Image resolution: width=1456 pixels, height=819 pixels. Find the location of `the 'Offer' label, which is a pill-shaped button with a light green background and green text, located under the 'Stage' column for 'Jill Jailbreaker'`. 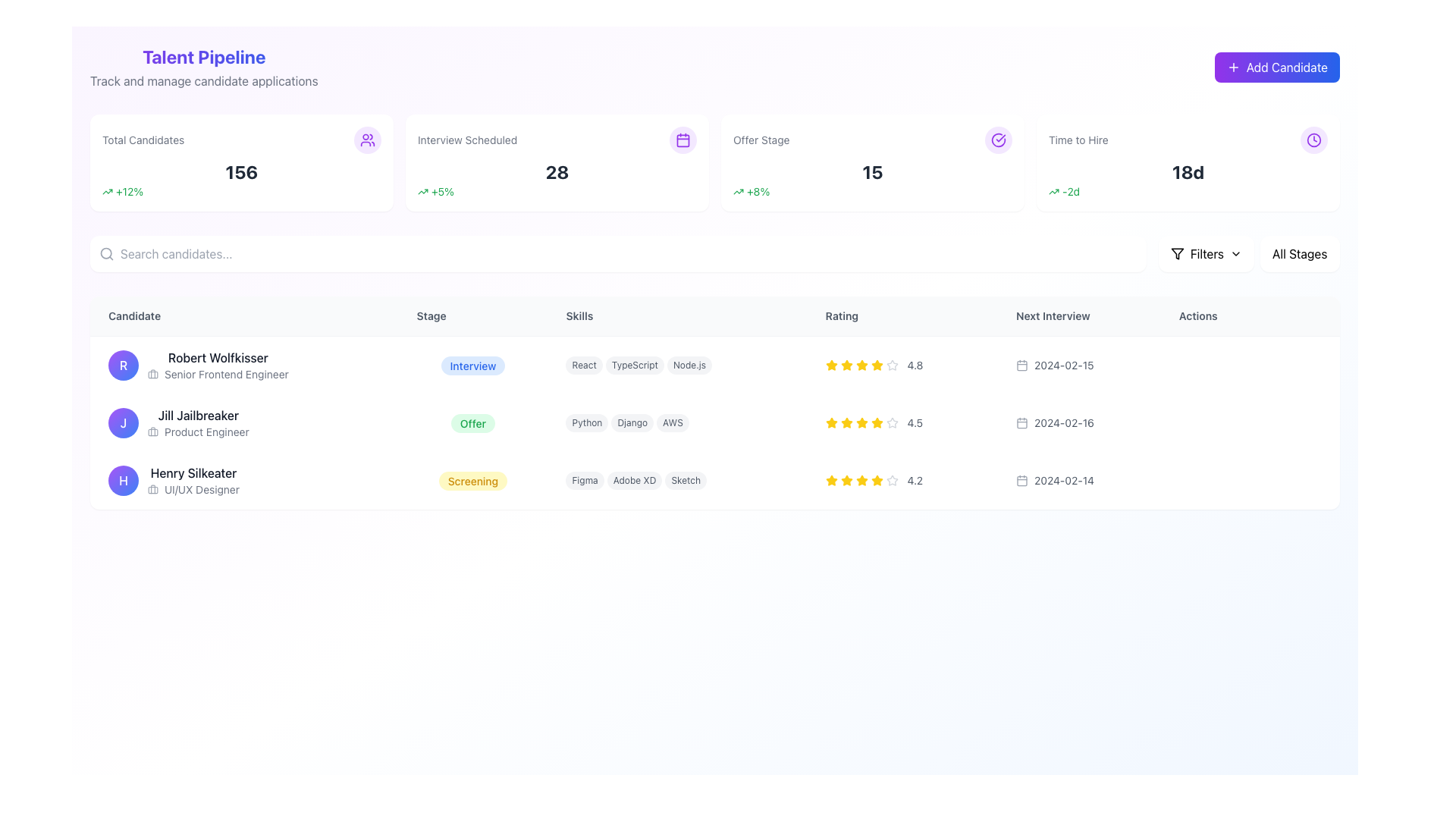

the 'Offer' label, which is a pill-shaped button with a light green background and green text, located under the 'Stage' column for 'Jill Jailbreaker' is located at coordinates (472, 423).